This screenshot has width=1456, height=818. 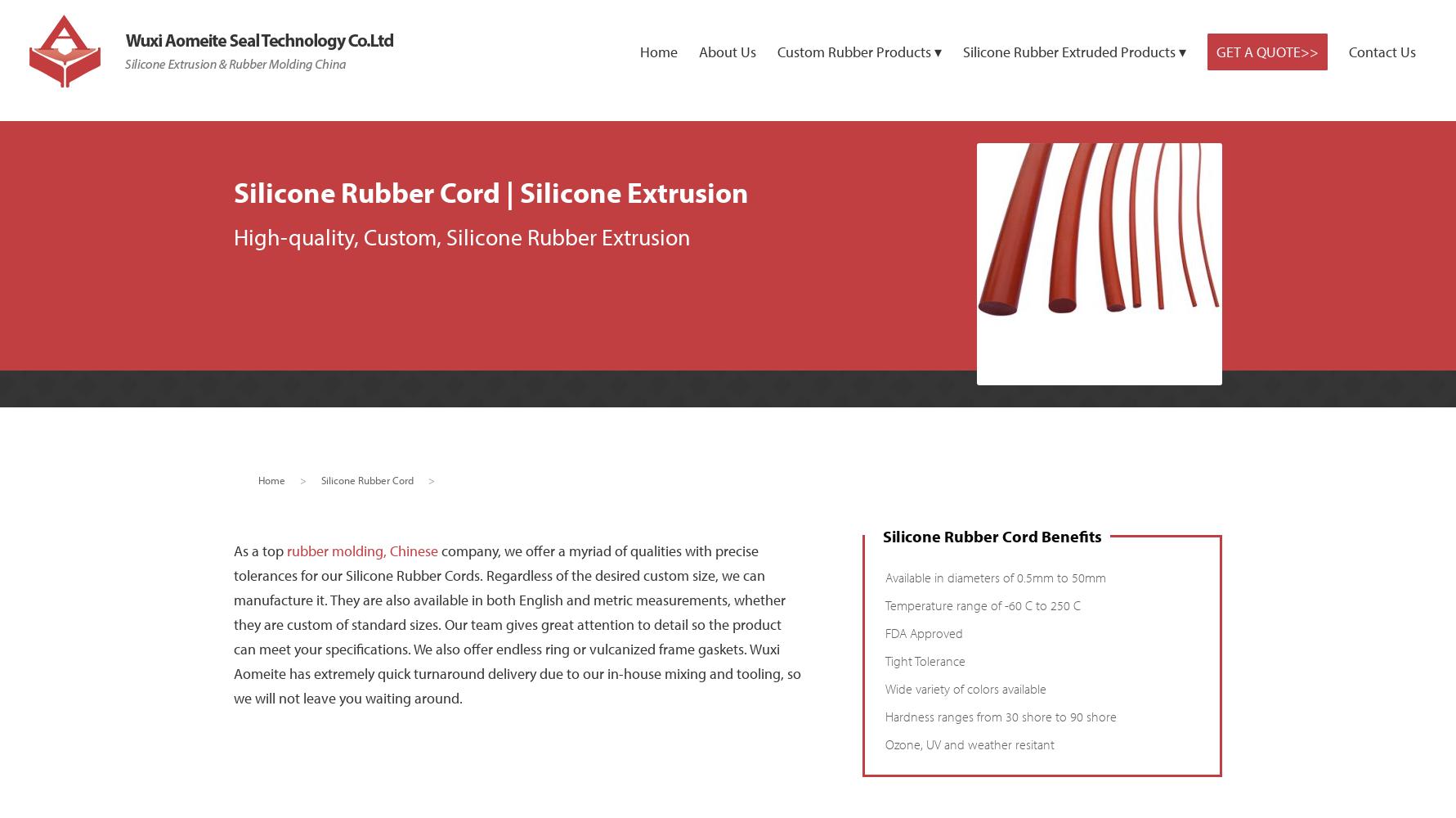 I want to click on 'Temperature range of -60 C to 250 C', so click(x=983, y=605).